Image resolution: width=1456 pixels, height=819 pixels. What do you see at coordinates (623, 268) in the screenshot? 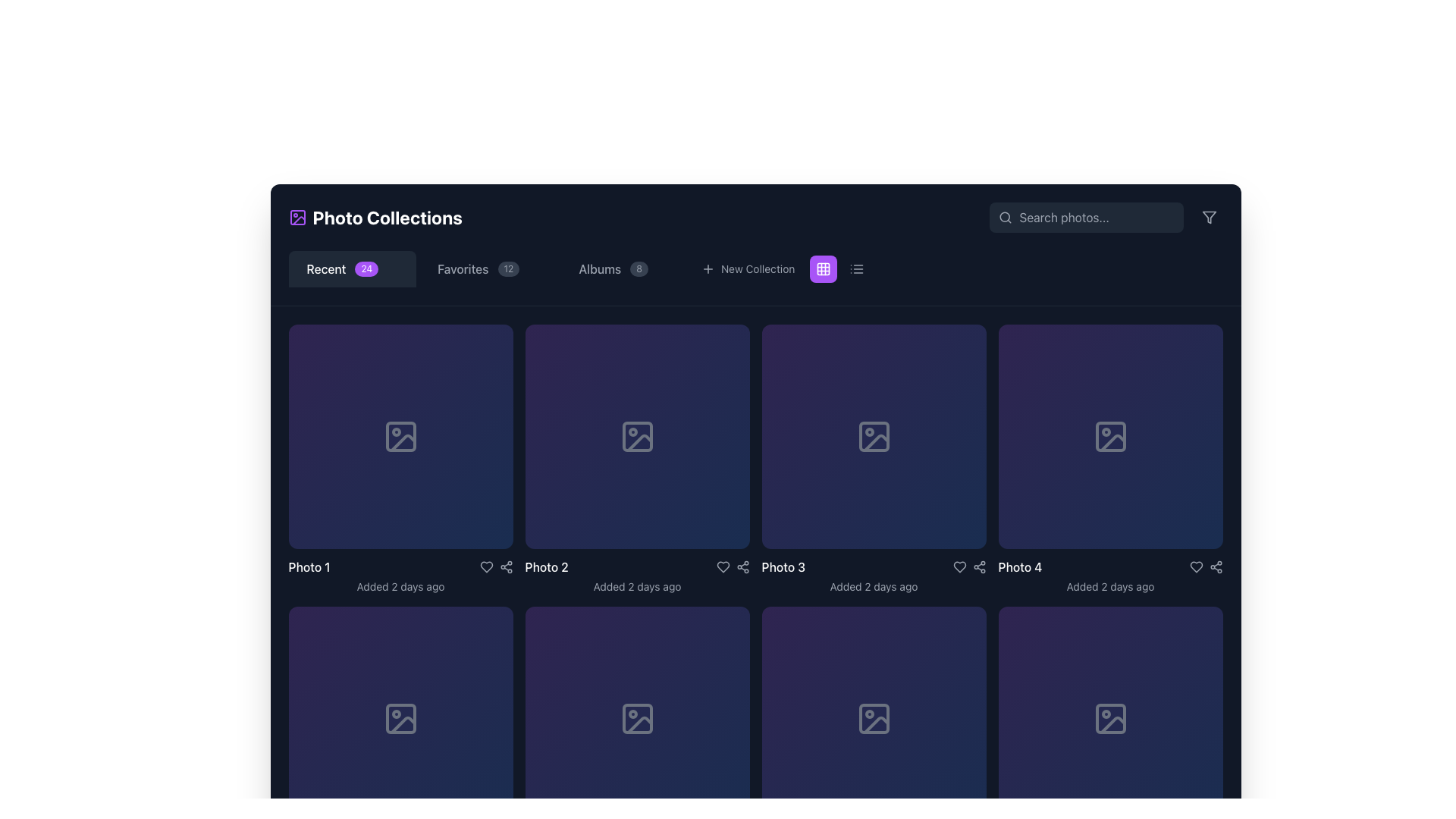
I see `the 'Albums' tab in the navigation bar` at bounding box center [623, 268].